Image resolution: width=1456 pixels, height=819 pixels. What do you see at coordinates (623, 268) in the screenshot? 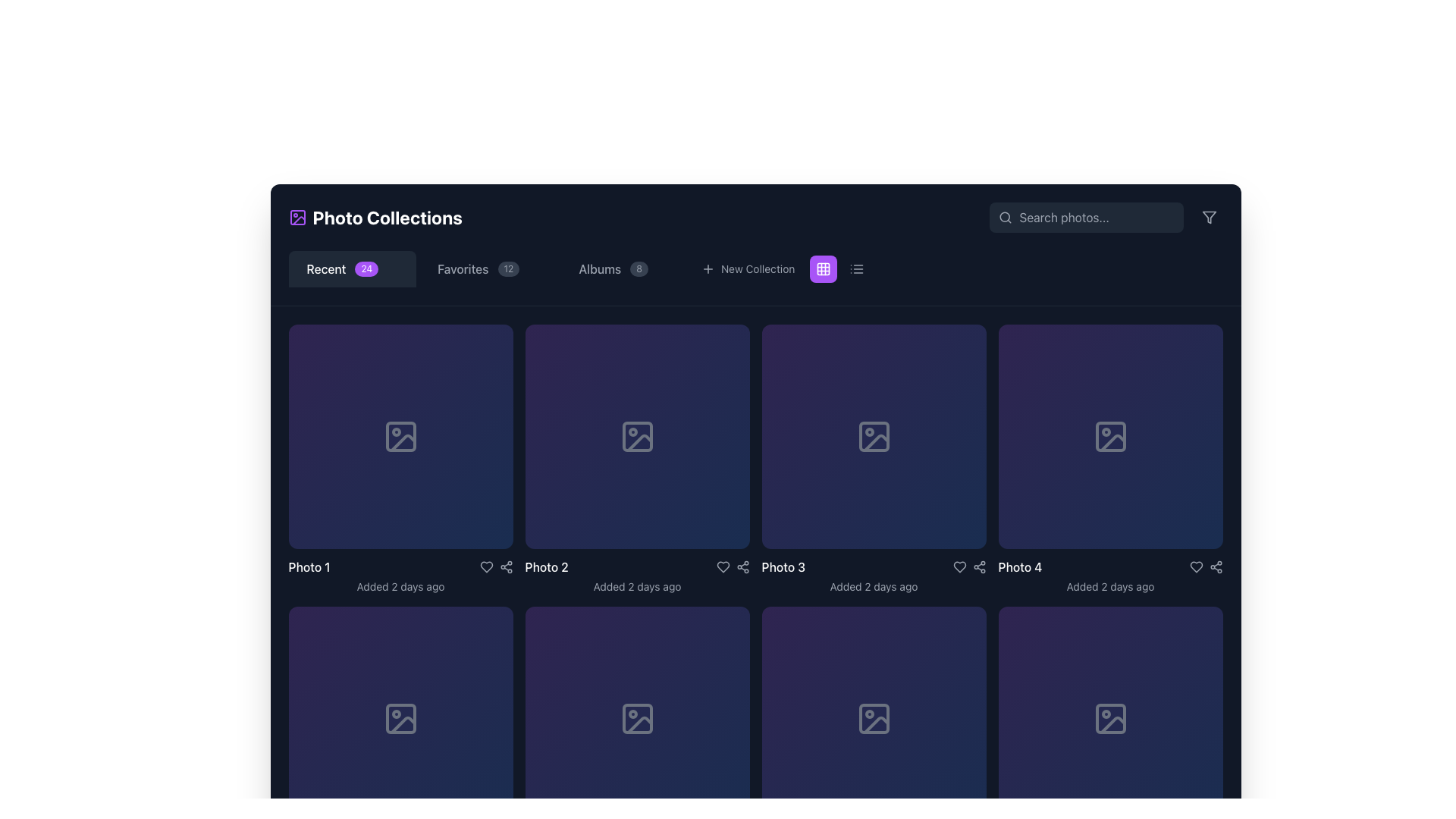
I see `the 'Albums' tab in the navigation bar` at bounding box center [623, 268].